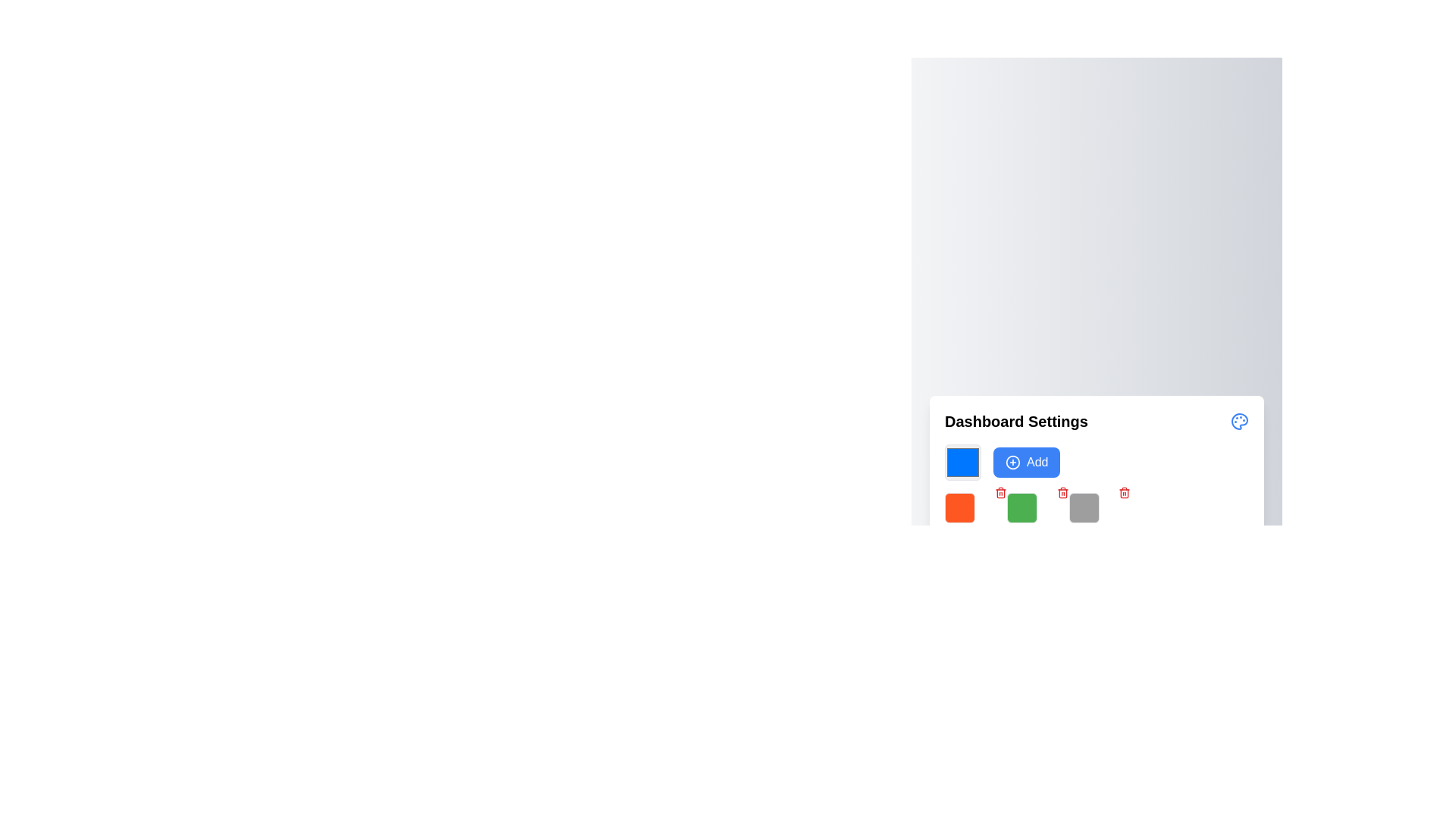 The image size is (1456, 819). Describe the element at coordinates (1083, 508) in the screenshot. I see `the square-shaped button with rounded corners, located in the 'Dashboard Settings' area` at that location.